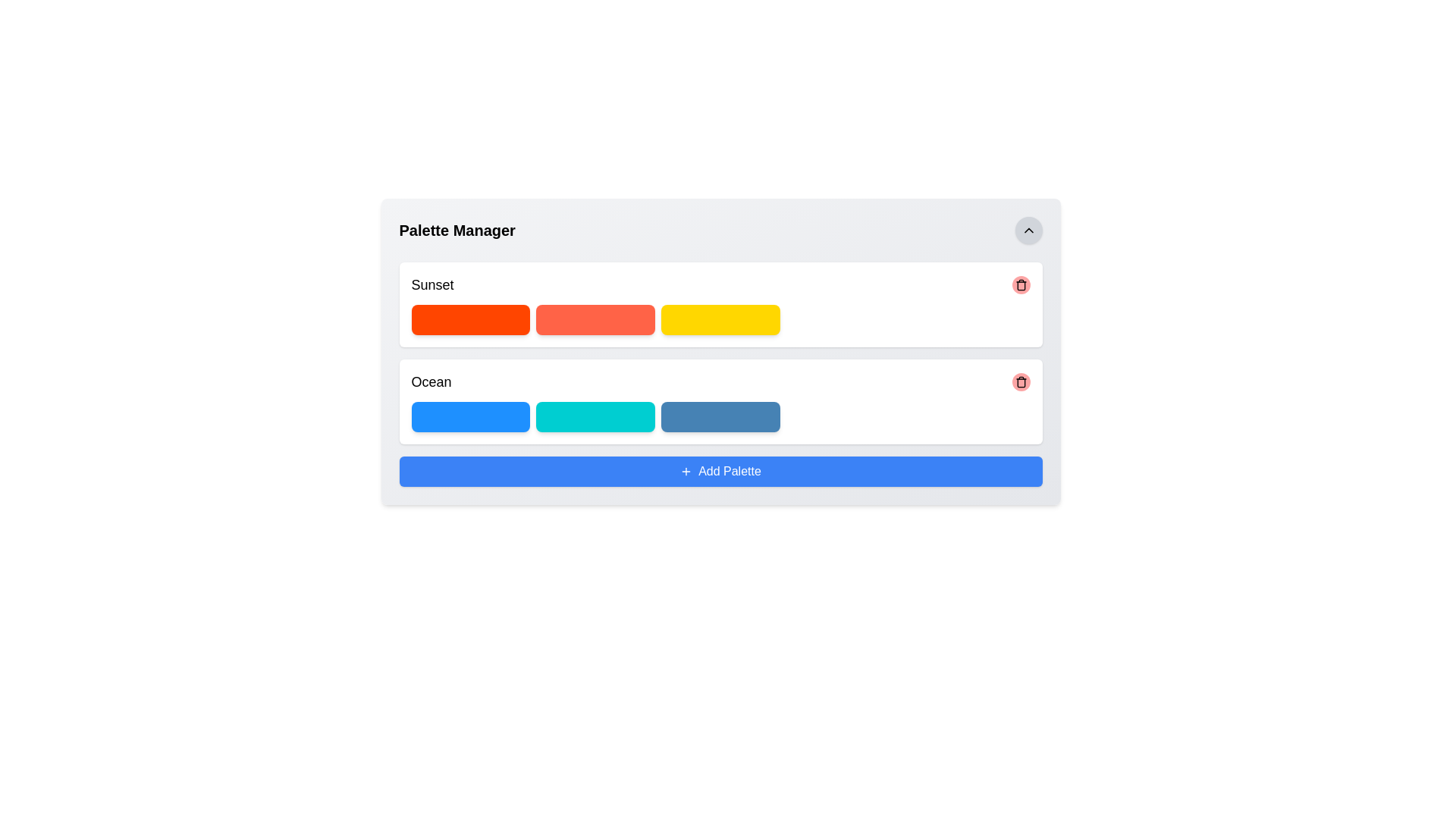 This screenshot has height=819, width=1456. I want to click on the upward-pointing black chevron icon located within the circular button at the top-right corner of the panel, next to the 'Palette Manager' heading, so click(1028, 231).